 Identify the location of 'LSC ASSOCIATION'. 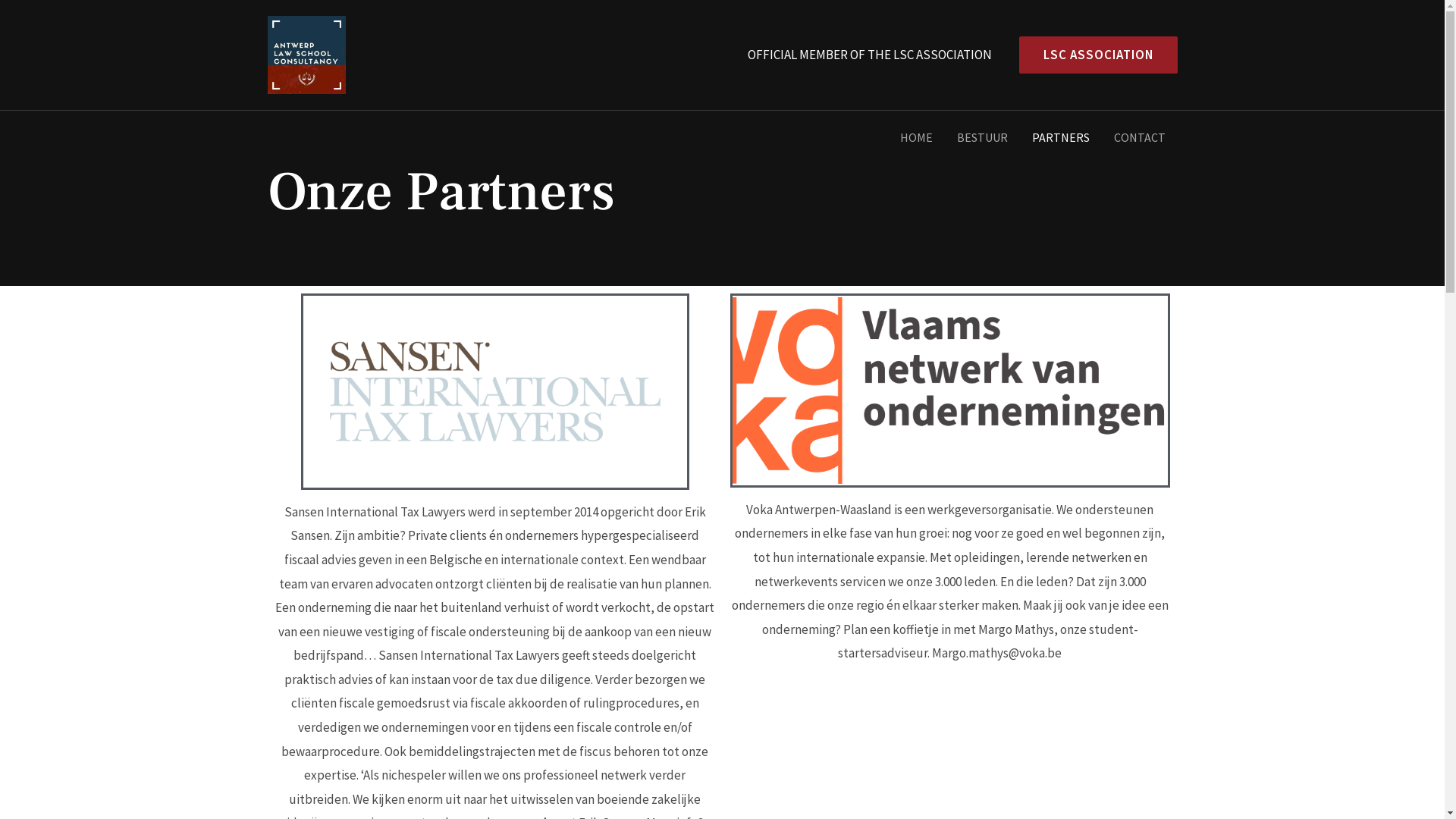
(1092, 54).